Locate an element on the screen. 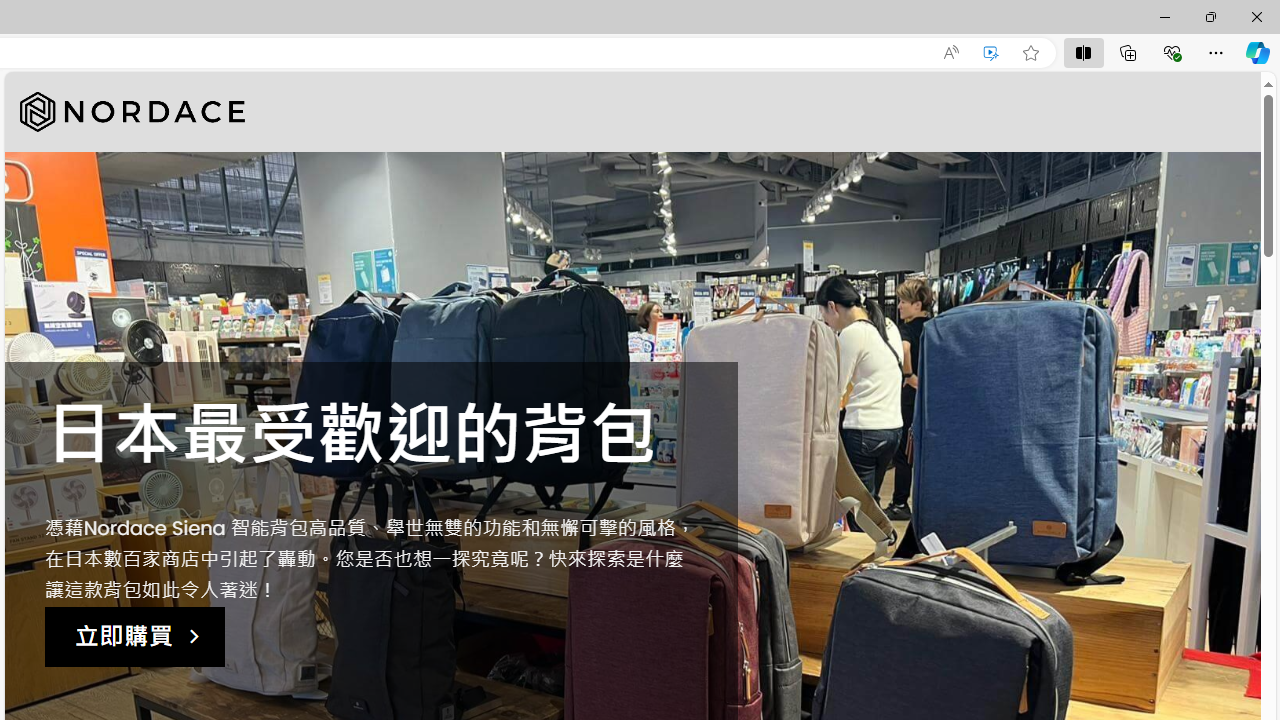 The image size is (1280, 720). 'Enhance video' is located at coordinates (991, 52).